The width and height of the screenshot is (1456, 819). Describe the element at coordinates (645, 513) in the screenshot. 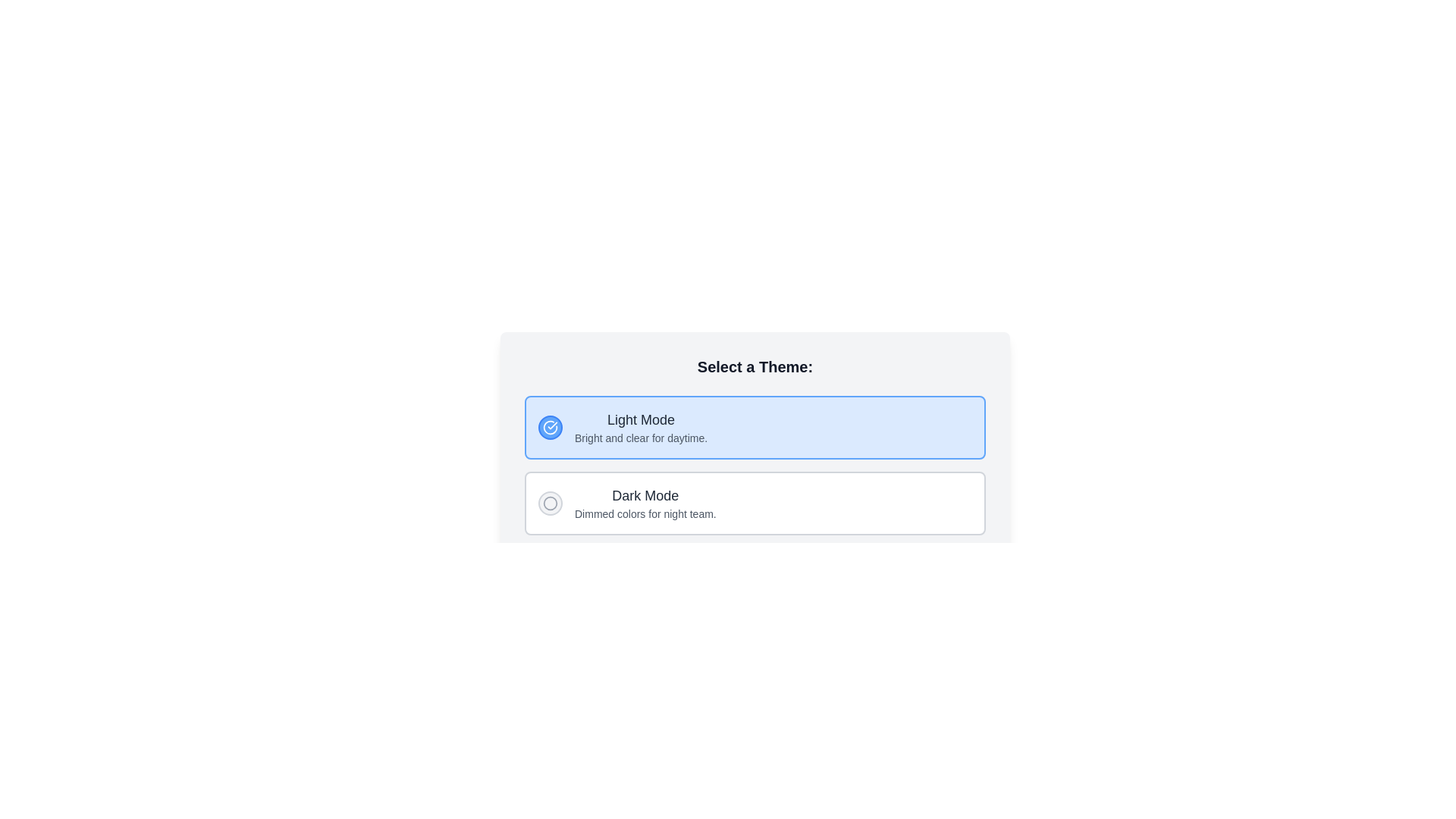

I see `the text label that reads 'Dimmed colors for night team.' located beneath the 'Dark Mode' option and aligned with the radio button` at that location.